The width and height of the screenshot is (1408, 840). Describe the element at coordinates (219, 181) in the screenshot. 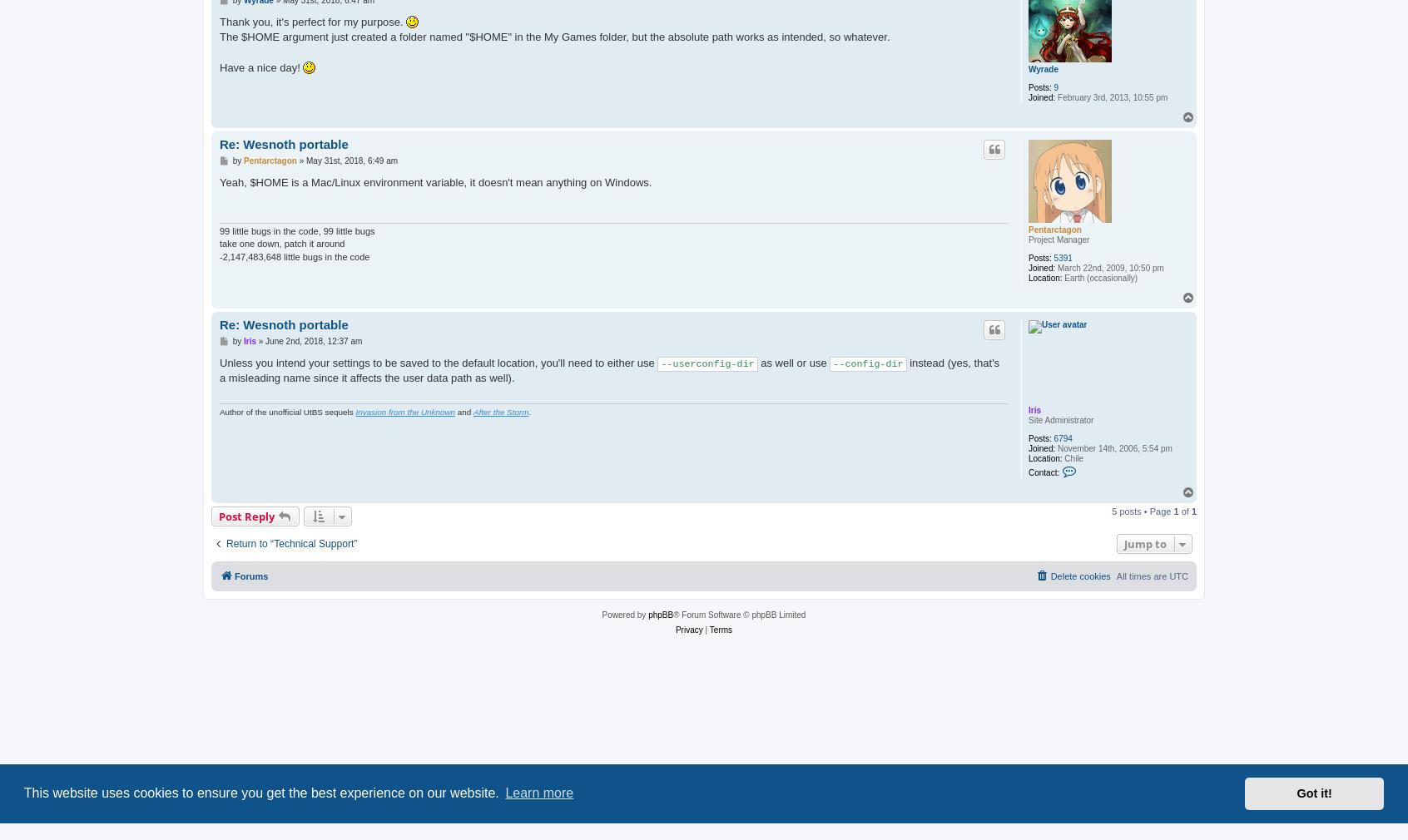

I see `'Yeah, $HOME is a Mac/Linux environment variable, it doesn't mean anything on Windows.'` at that location.